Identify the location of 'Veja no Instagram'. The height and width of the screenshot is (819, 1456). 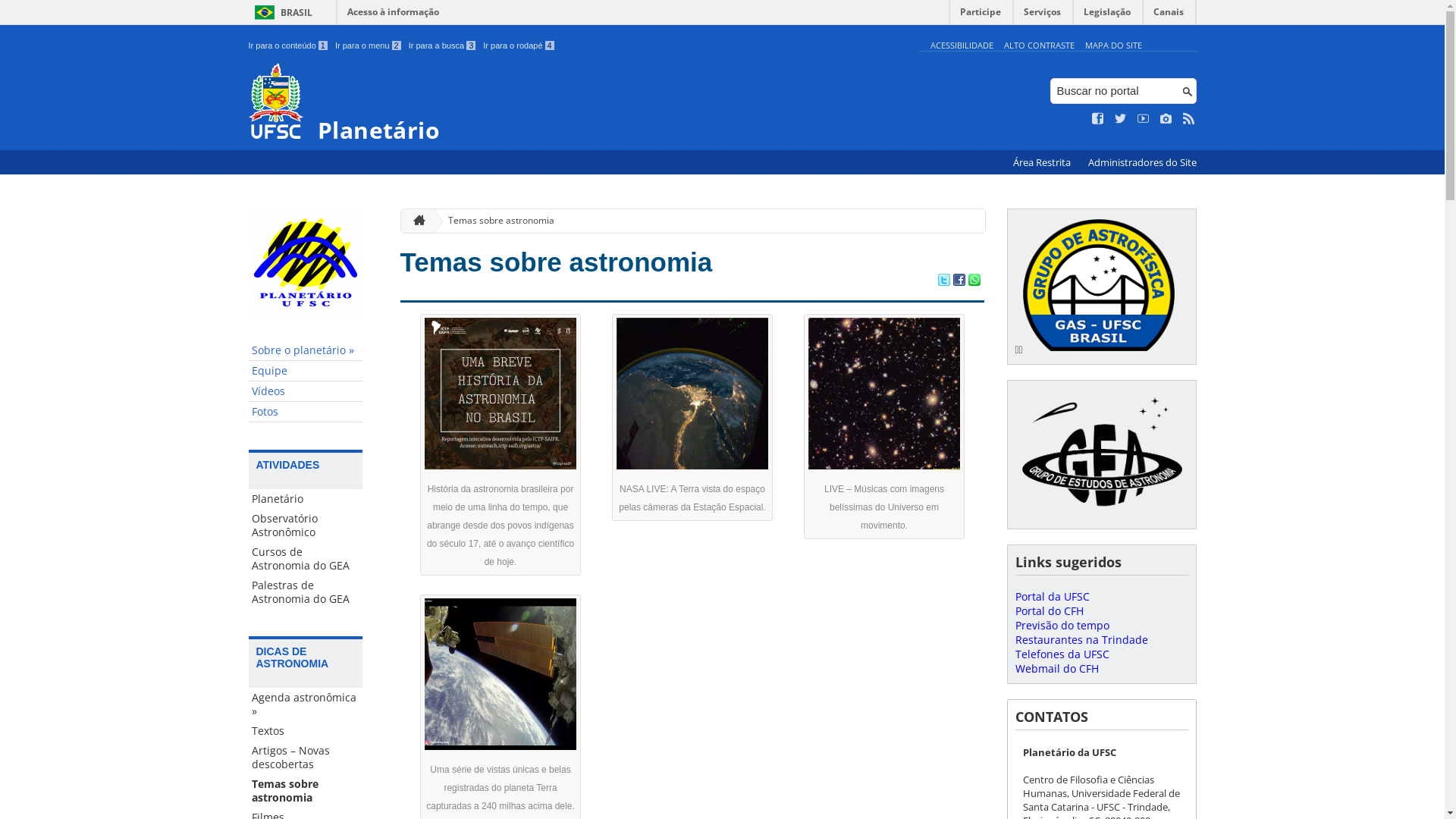
(1165, 118).